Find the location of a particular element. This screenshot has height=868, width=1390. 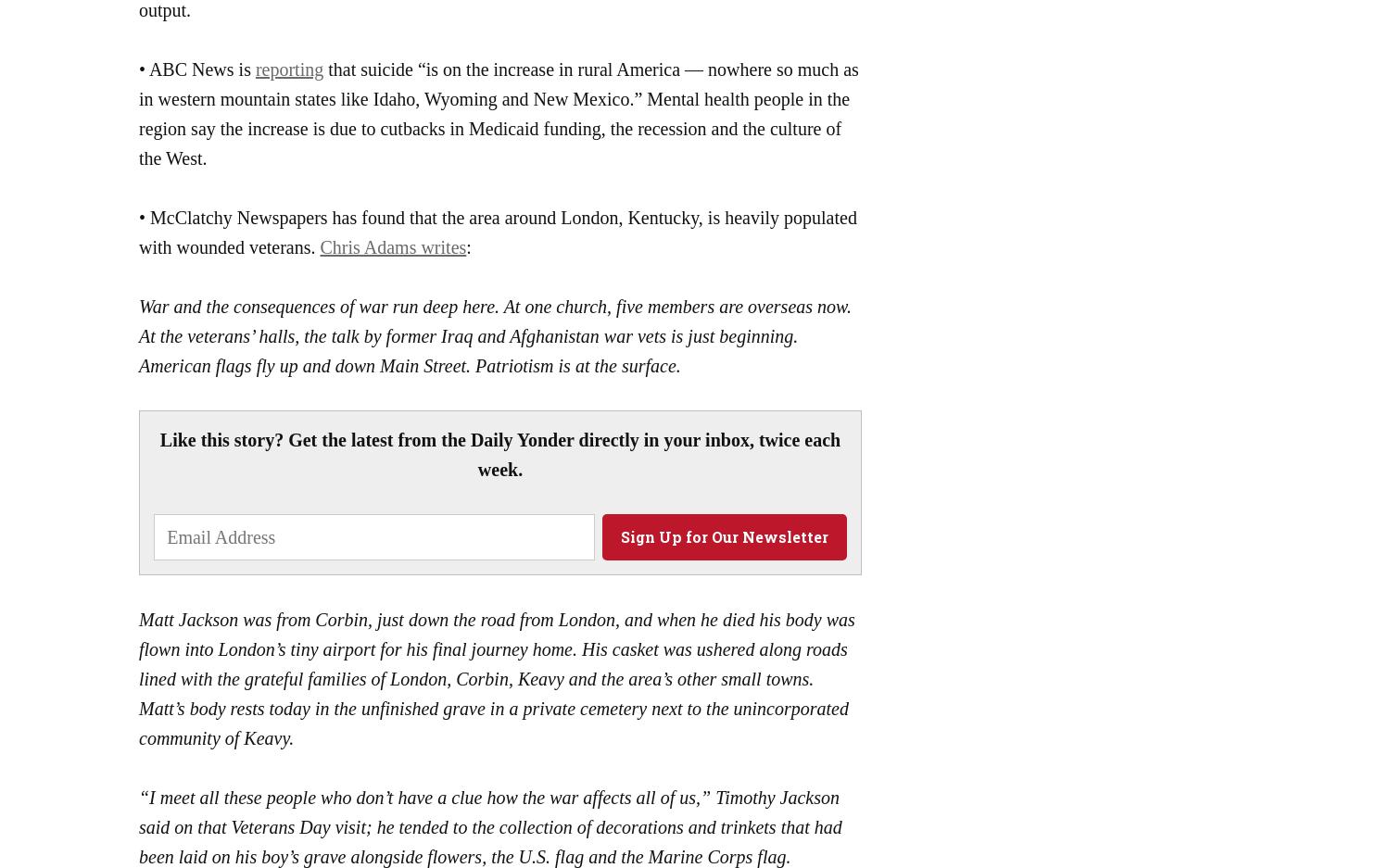

'Chris Adams writes' is located at coordinates (393, 246).